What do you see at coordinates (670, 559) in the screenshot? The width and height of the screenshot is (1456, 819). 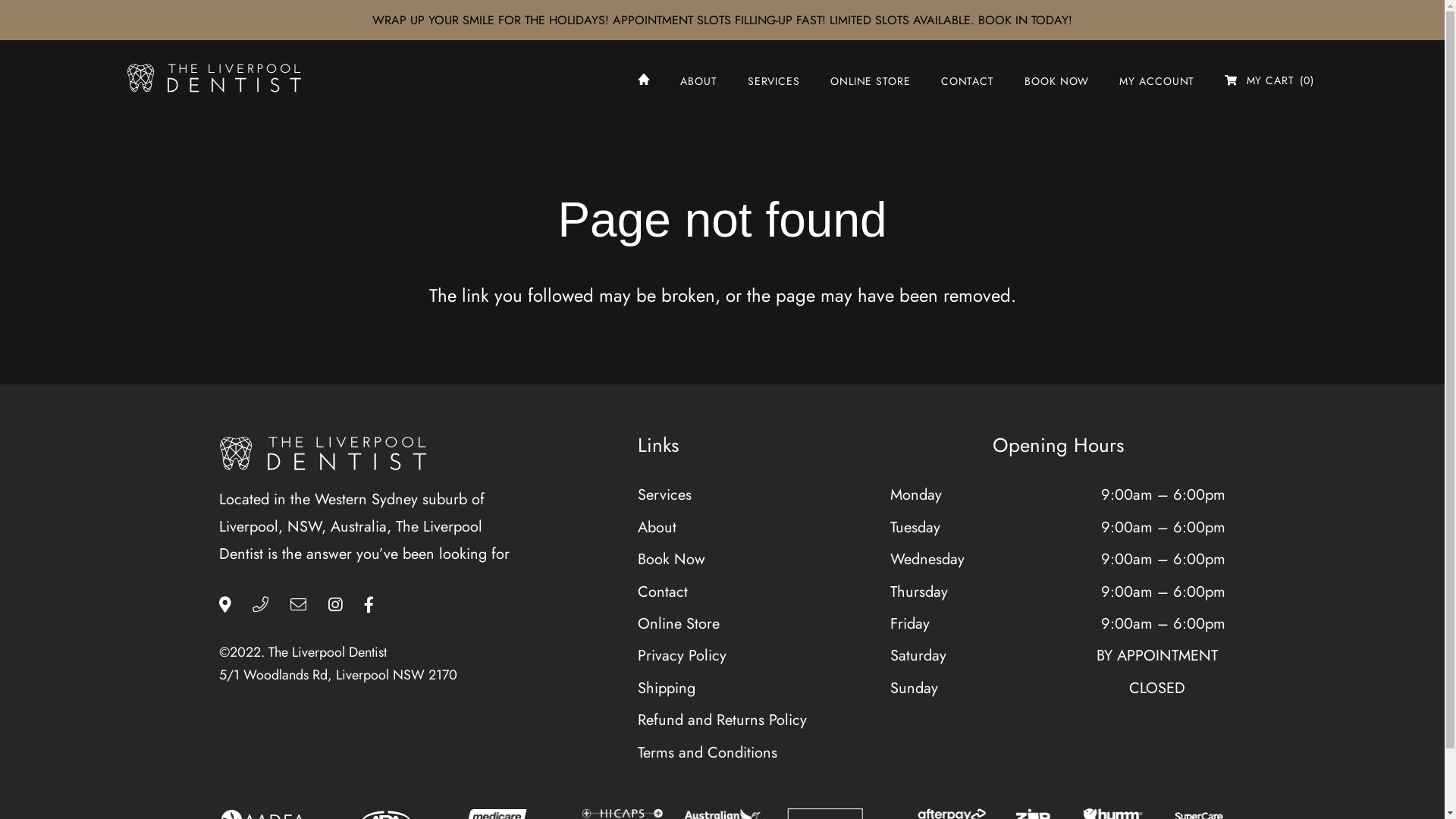 I see `'Book Now'` at bounding box center [670, 559].